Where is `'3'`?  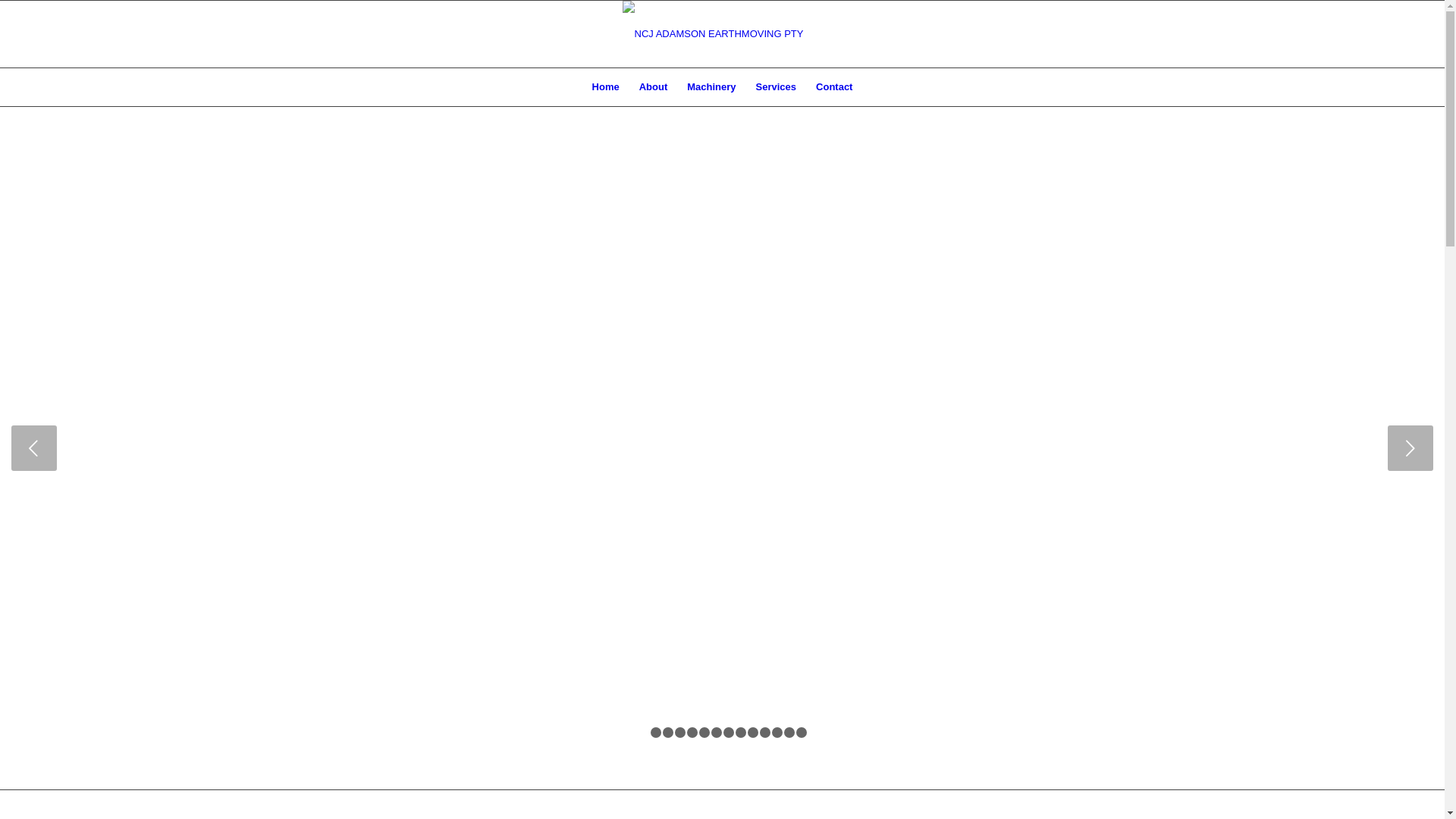 '3' is located at coordinates (667, 731).